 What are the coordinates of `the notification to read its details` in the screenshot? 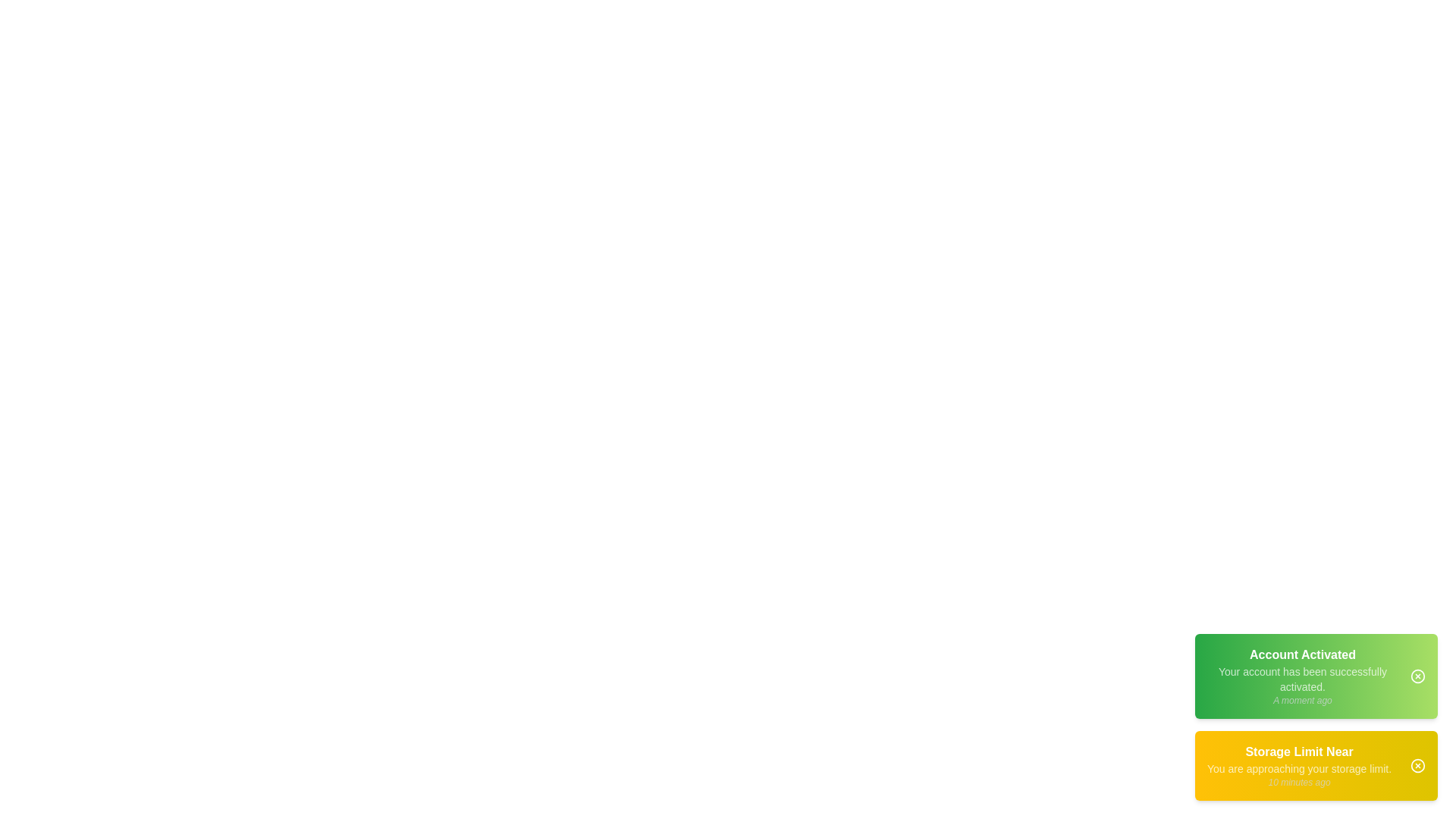 It's located at (1316, 675).